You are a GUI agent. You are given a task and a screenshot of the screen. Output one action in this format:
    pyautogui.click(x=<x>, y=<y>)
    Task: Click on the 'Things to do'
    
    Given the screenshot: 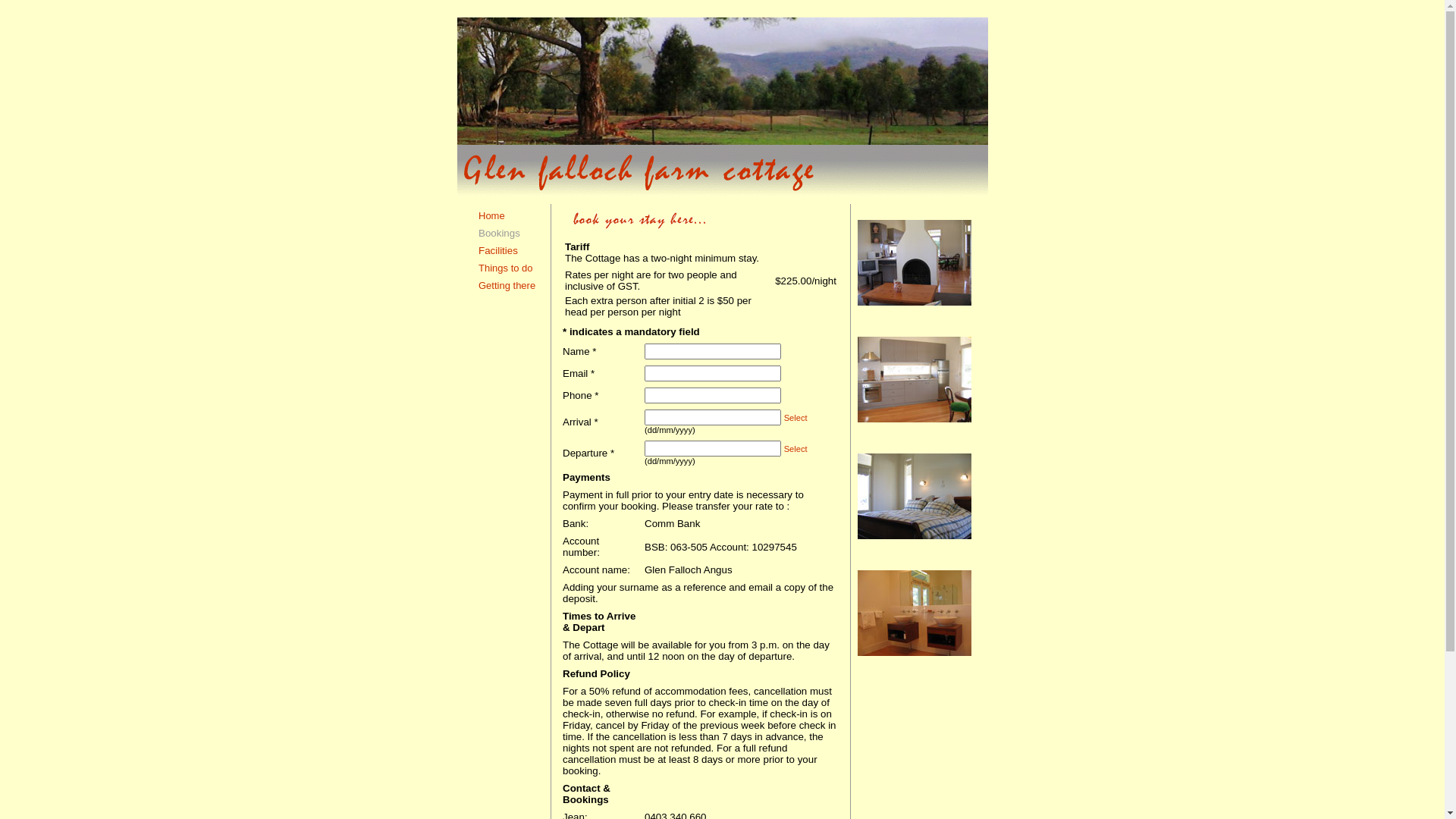 What is the action you would take?
    pyautogui.click(x=506, y=267)
    